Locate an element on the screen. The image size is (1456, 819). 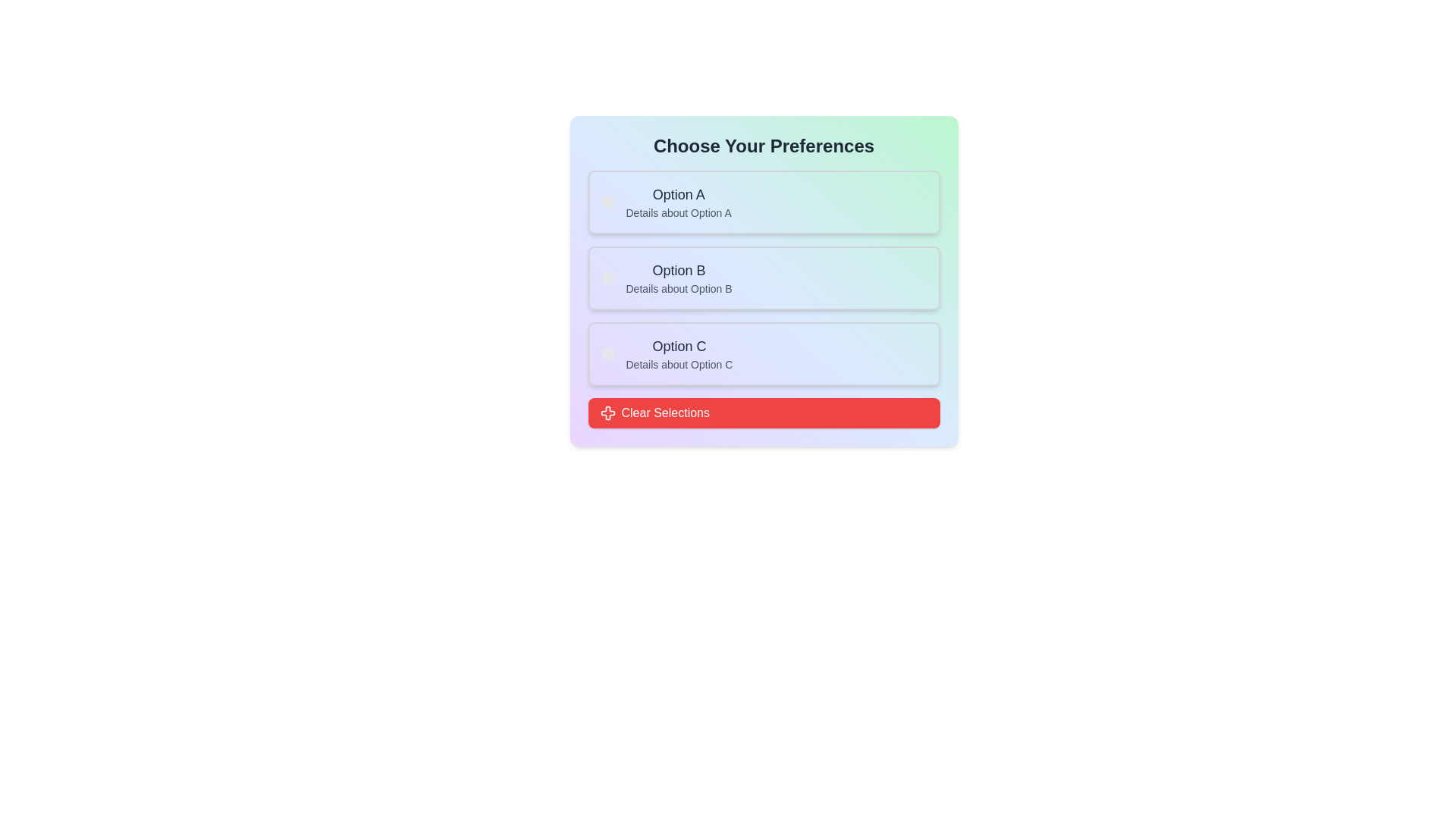
the 'Clear Selections' icon, which is part of the red rectangular button at the bottom of the 'Choose Your Preferences' card interface is located at coordinates (607, 413).